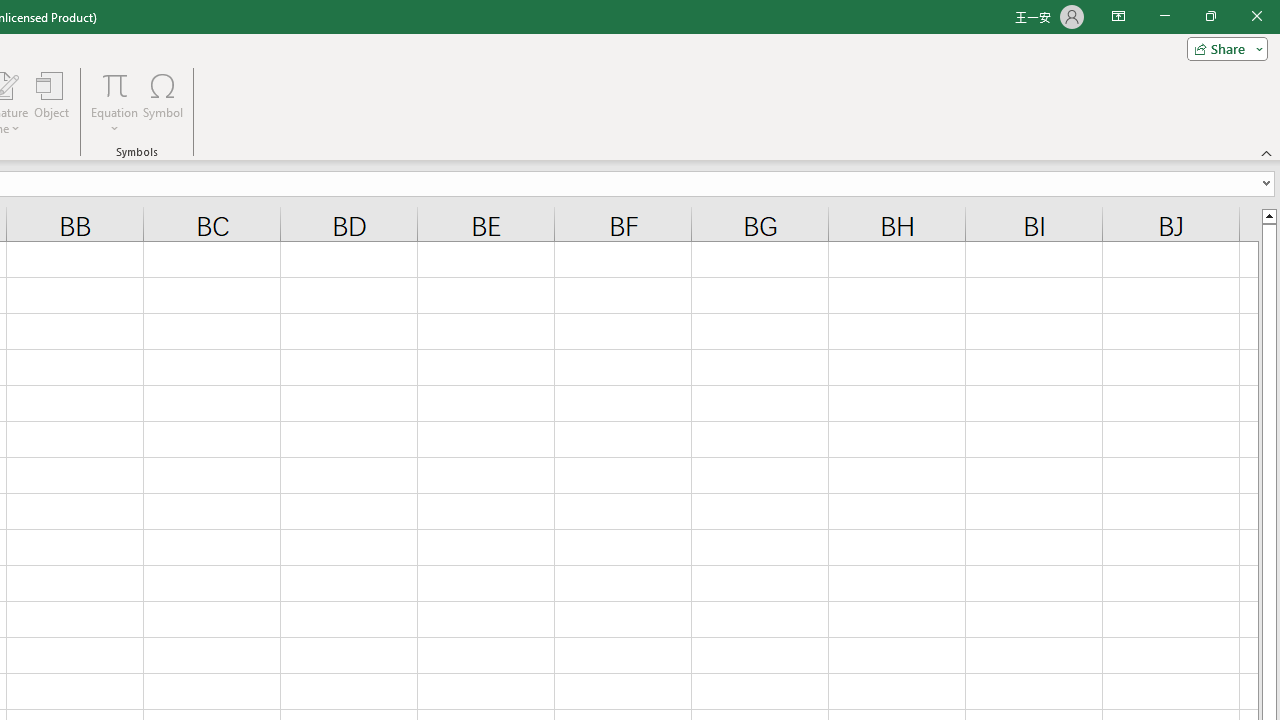 The width and height of the screenshot is (1280, 720). I want to click on 'Ribbon Display Options', so click(1117, 16).